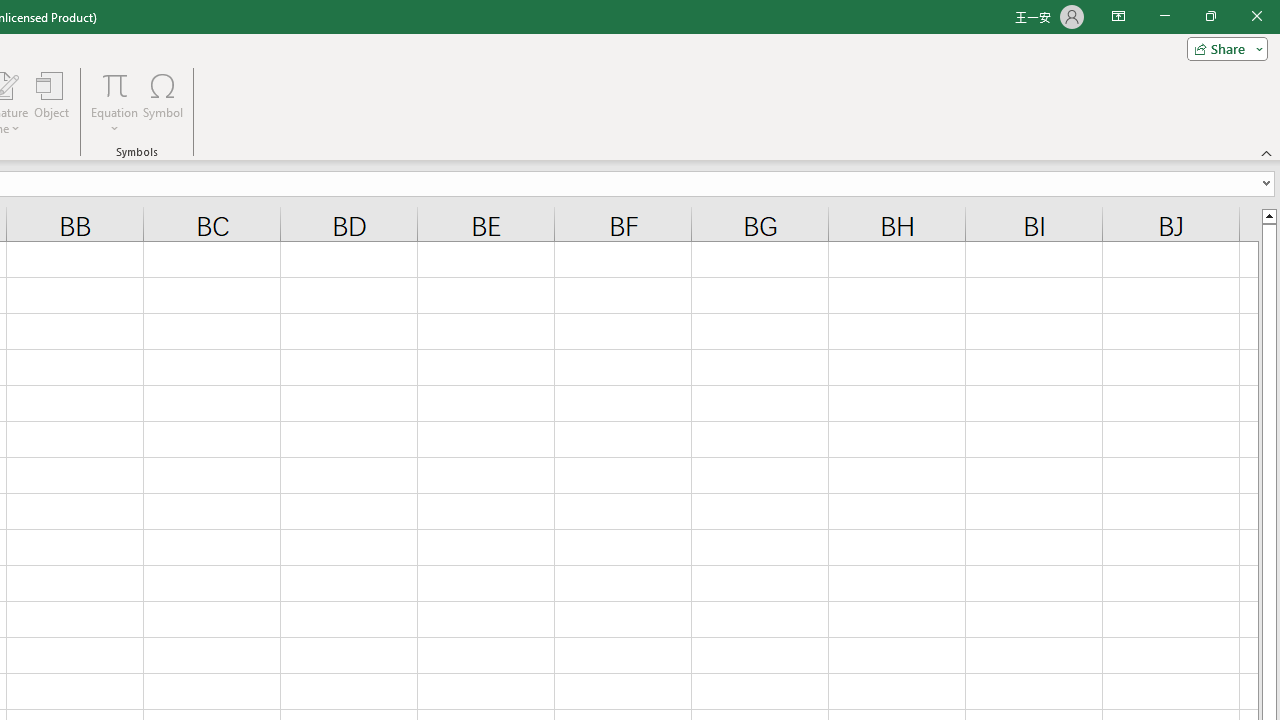 The width and height of the screenshot is (1280, 720). I want to click on 'Ribbon Display Options', so click(1117, 16).